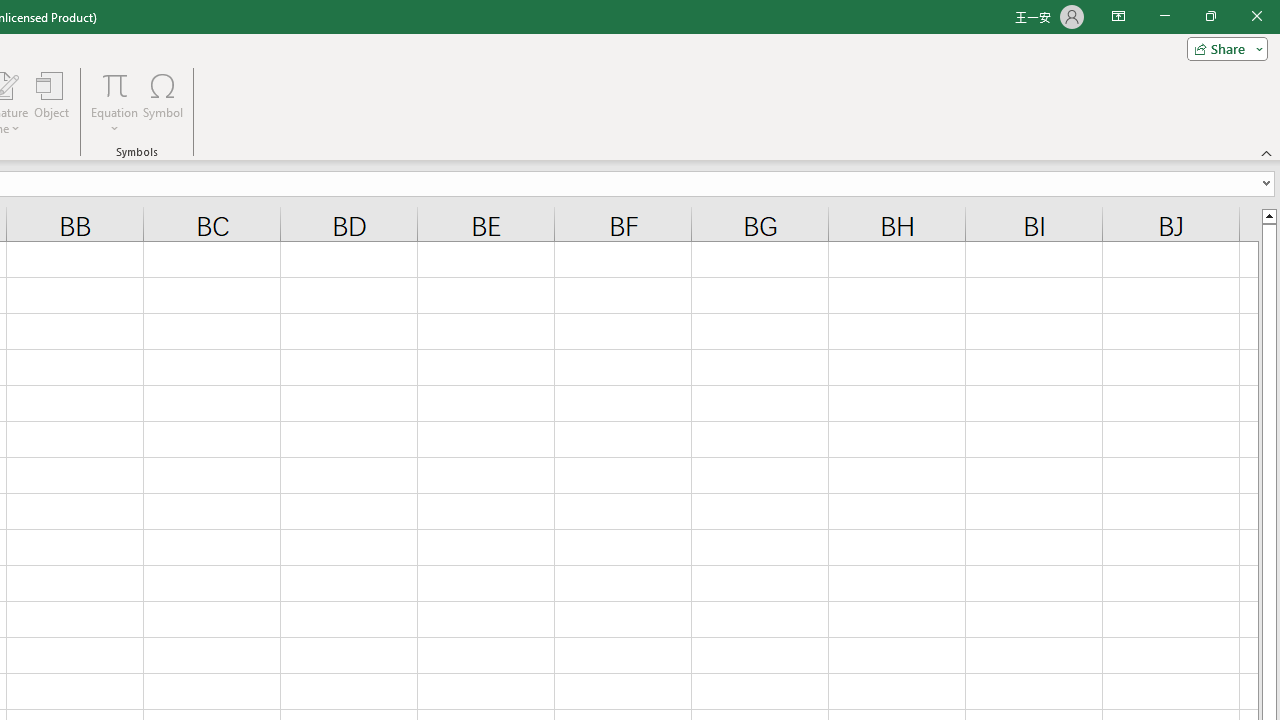 The width and height of the screenshot is (1280, 720). I want to click on 'Ribbon Display Options', so click(1117, 16).